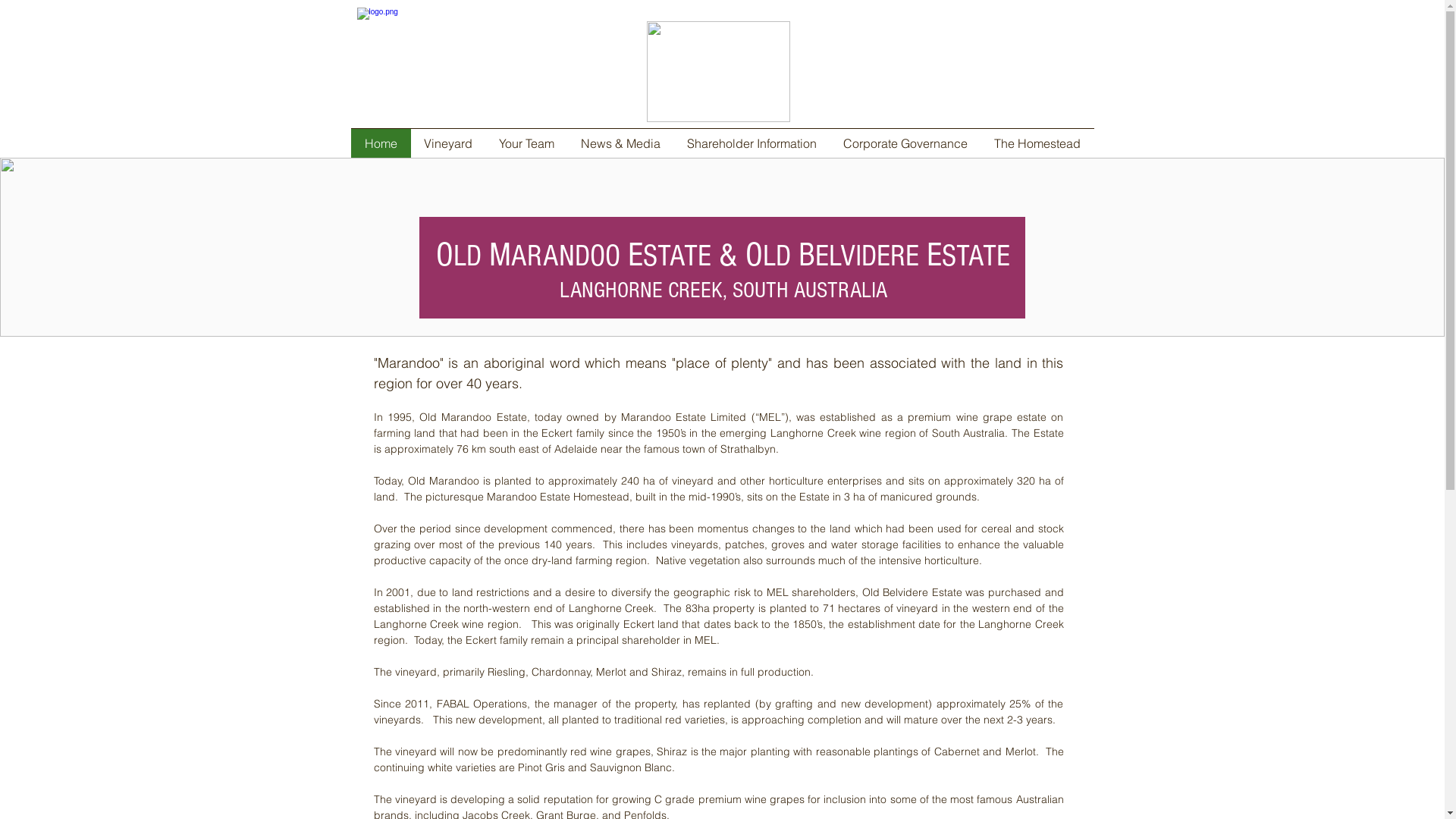 Image resolution: width=1456 pixels, height=819 pixels. Describe the element at coordinates (380, 143) in the screenshot. I see `'Home'` at that location.